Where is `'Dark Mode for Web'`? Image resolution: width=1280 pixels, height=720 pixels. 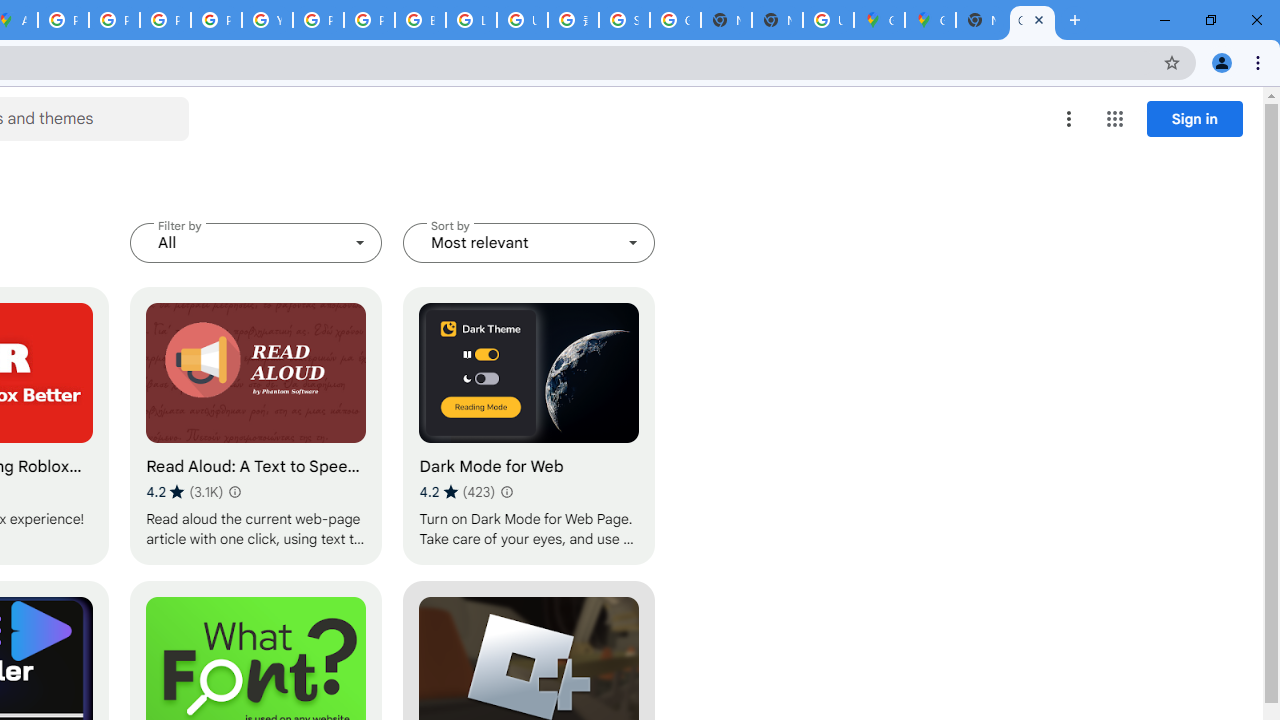 'Dark Mode for Web' is located at coordinates (529, 425).